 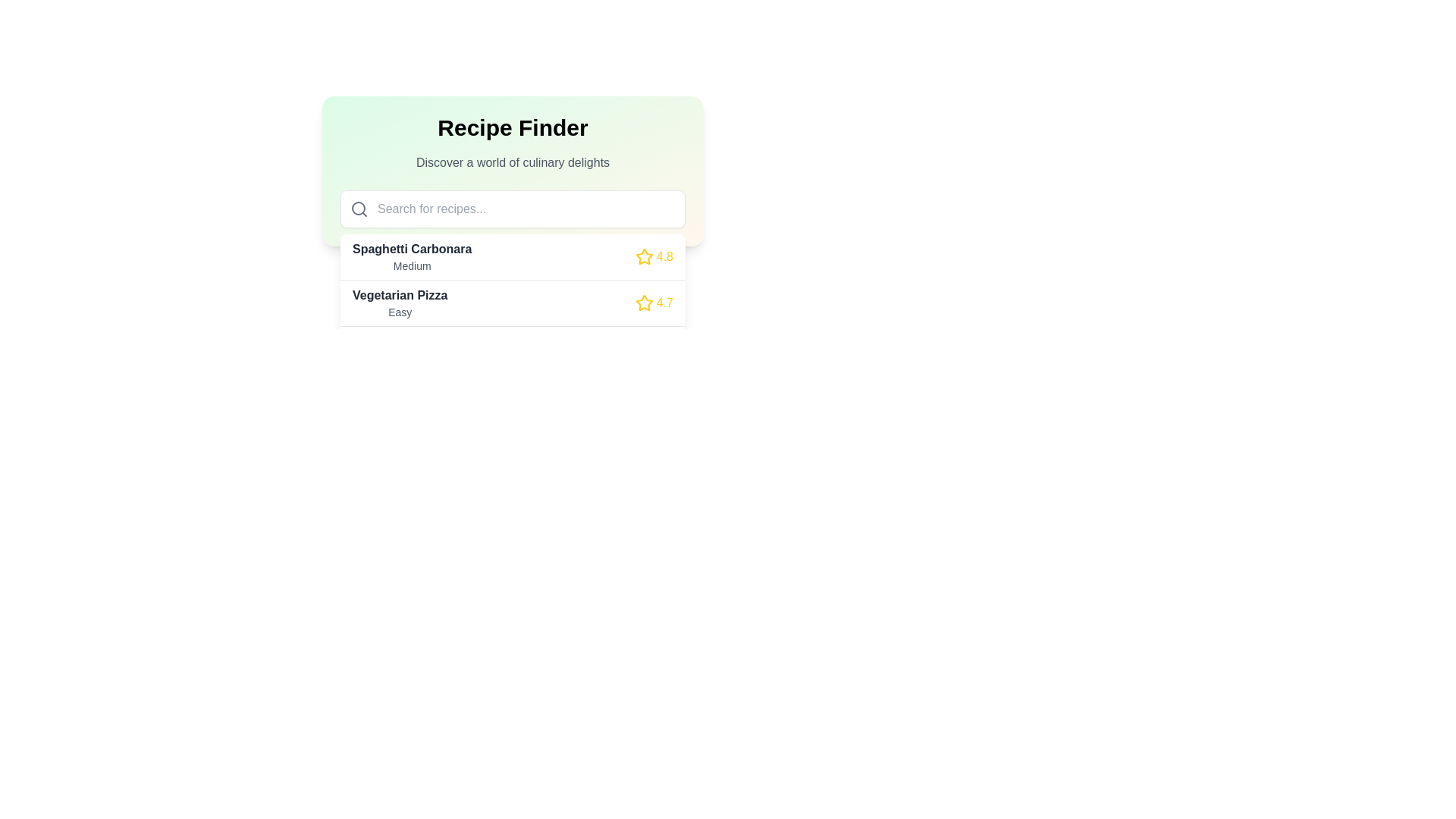 What do you see at coordinates (654, 303) in the screenshot?
I see `the Rating Indicator element displaying a star icon and the rating '4.7' in yellow, located in the second row of the list, to the right of 'Vegetarian Pizza' and 'Easy'` at bounding box center [654, 303].